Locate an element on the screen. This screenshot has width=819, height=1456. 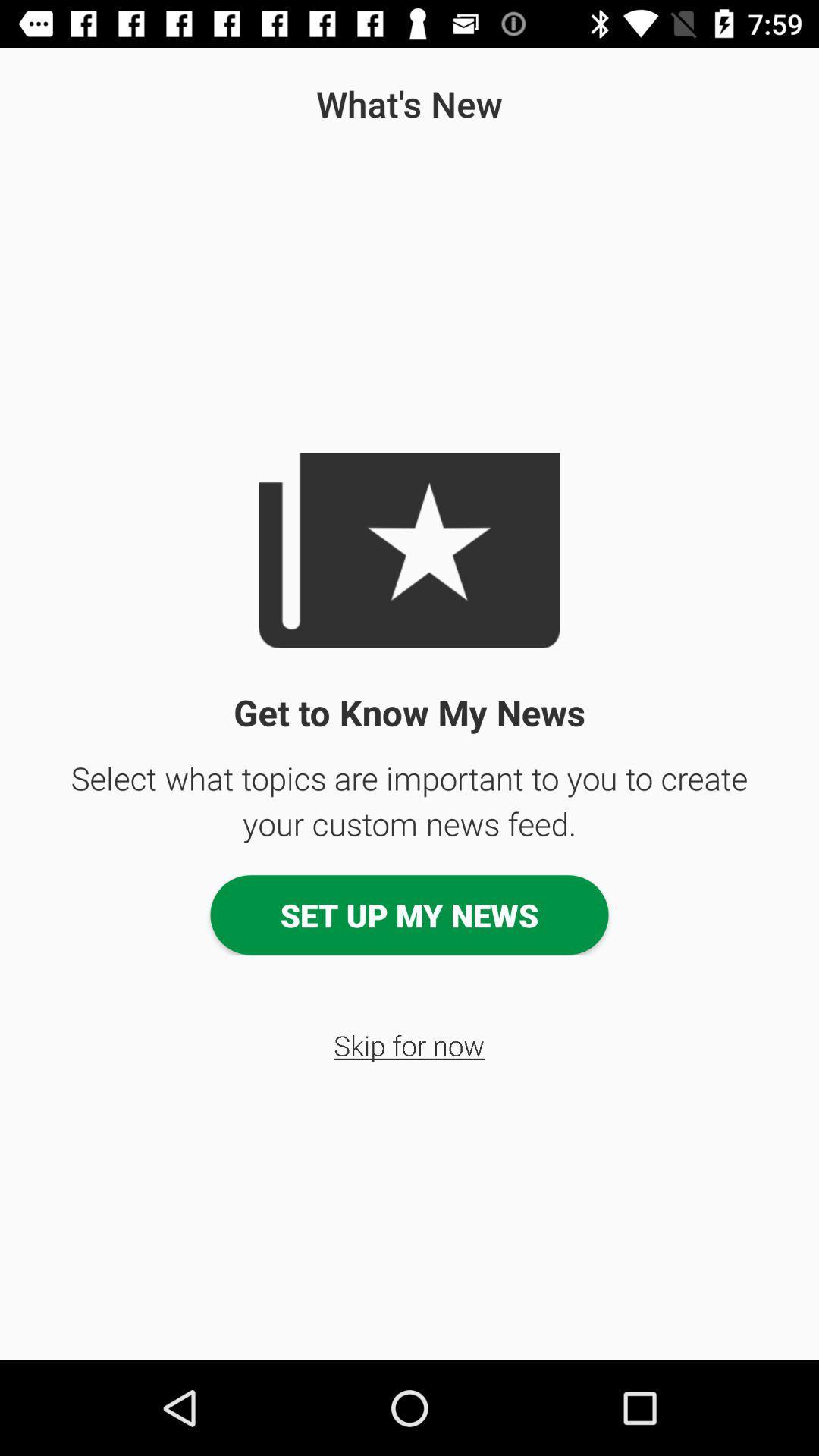
skip for now item is located at coordinates (408, 1044).